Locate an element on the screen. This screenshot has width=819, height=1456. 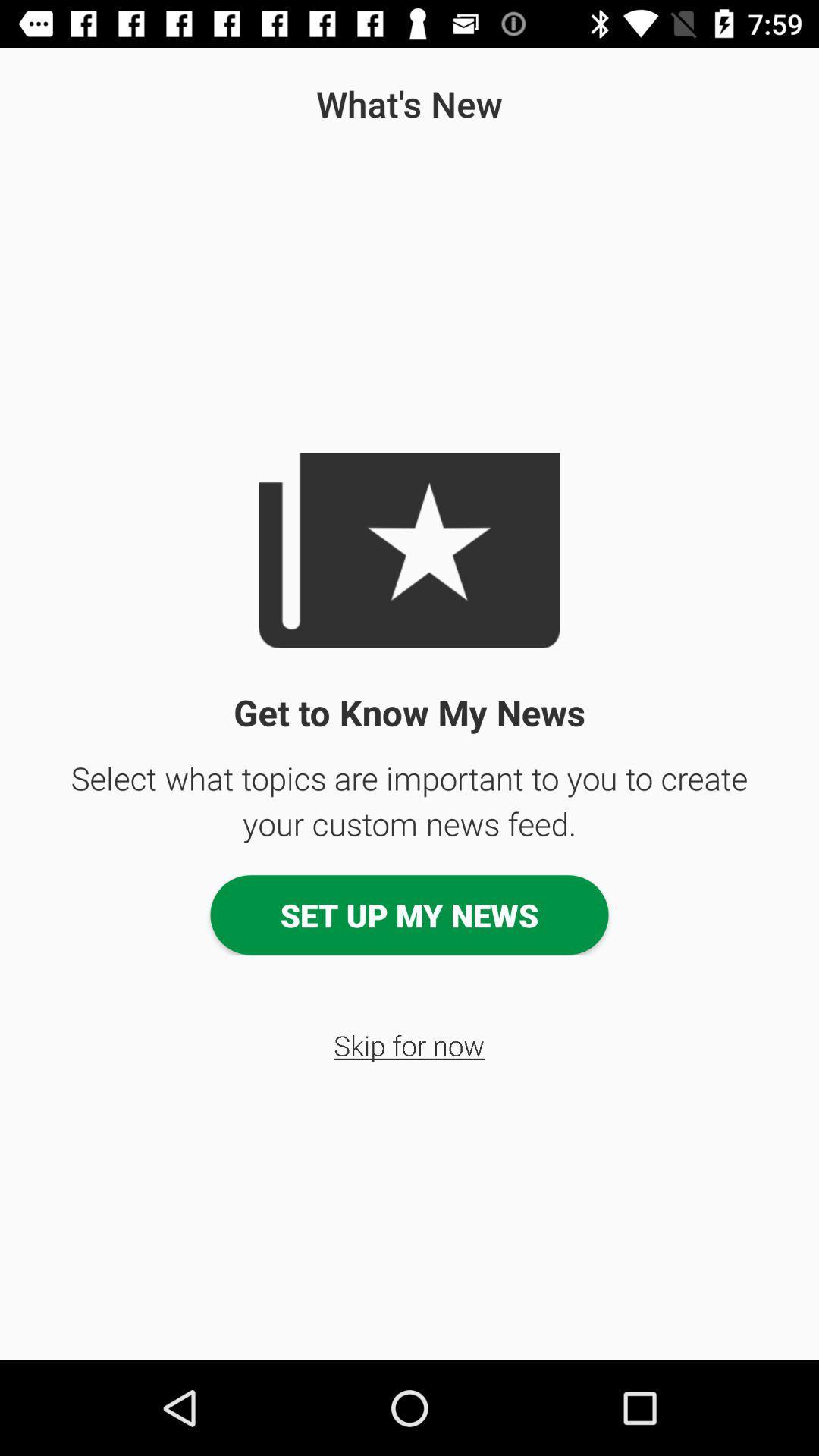
skip for now item is located at coordinates (408, 1044).